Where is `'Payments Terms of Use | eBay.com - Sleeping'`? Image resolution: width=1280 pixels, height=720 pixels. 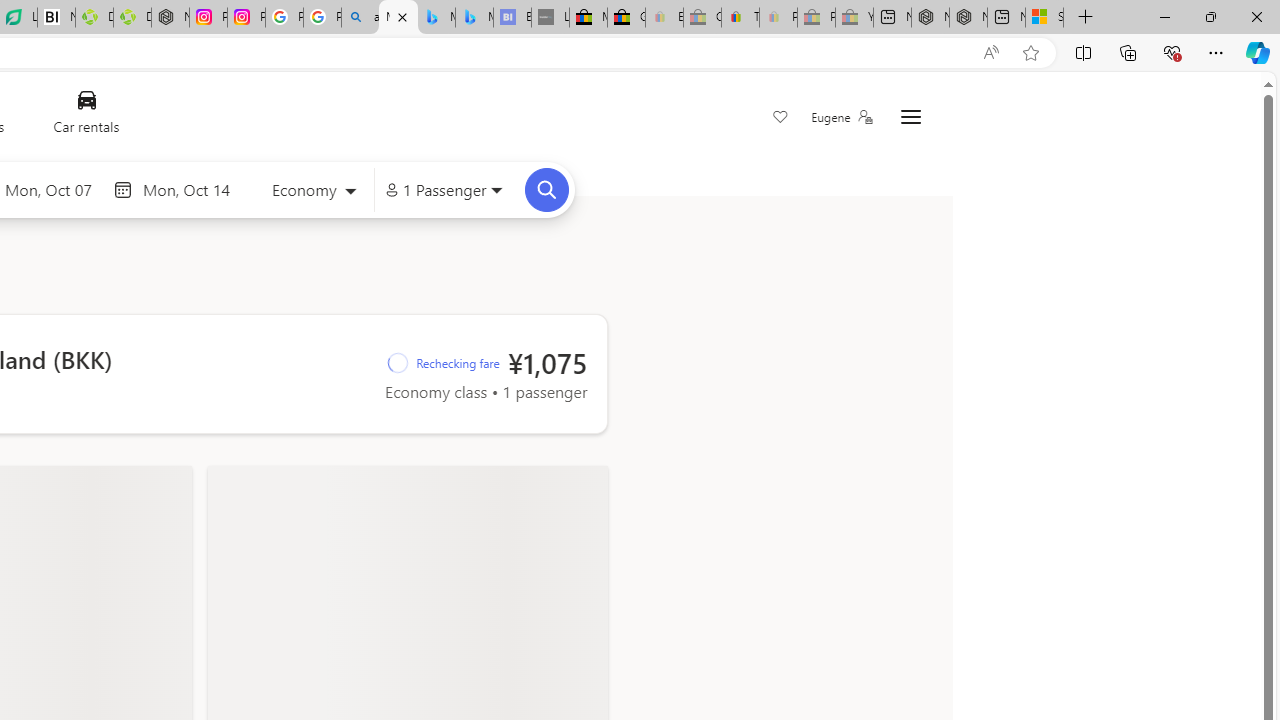 'Payments Terms of Use | eBay.com - Sleeping' is located at coordinates (777, 17).